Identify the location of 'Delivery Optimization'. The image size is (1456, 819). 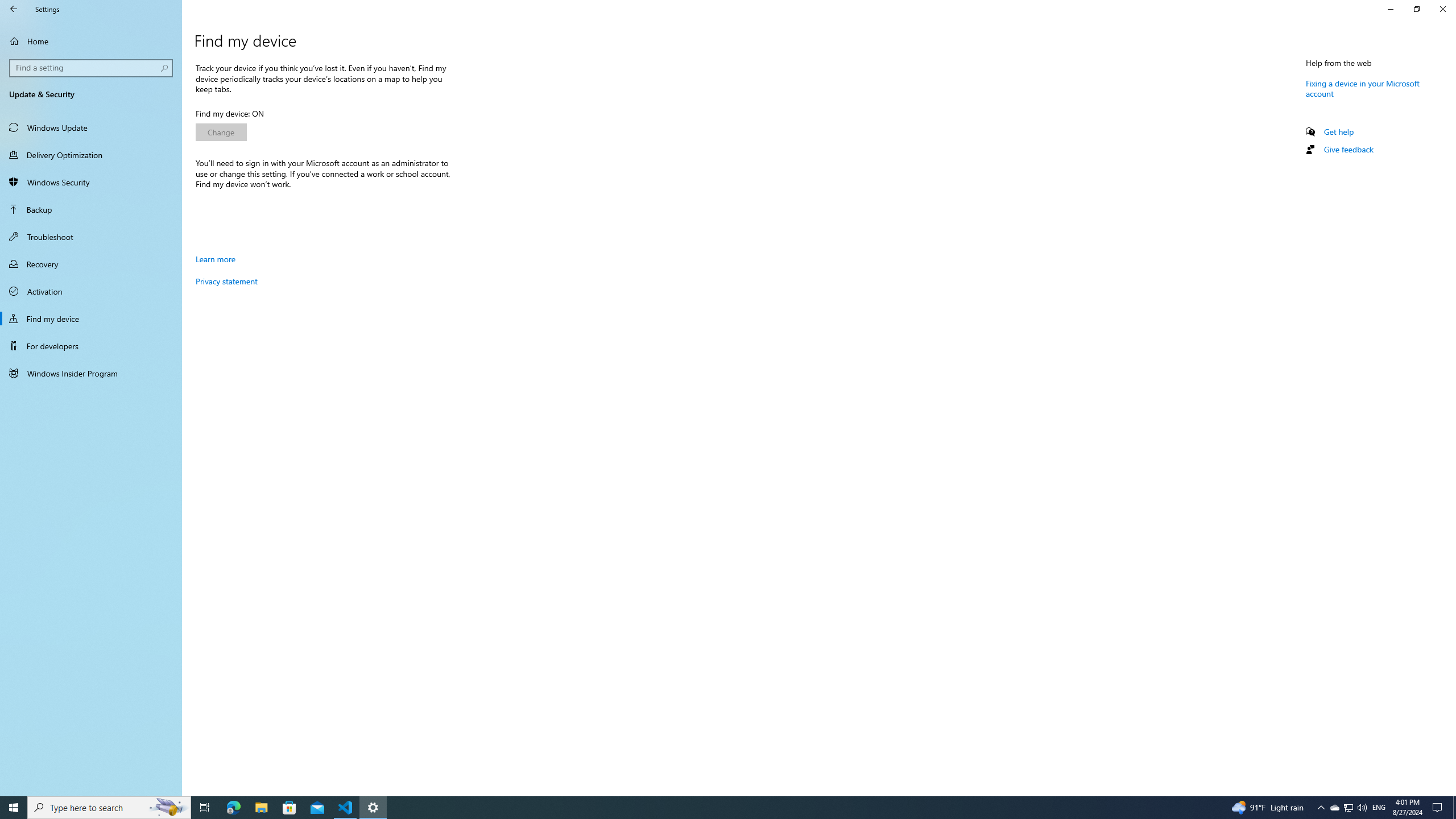
(90, 154).